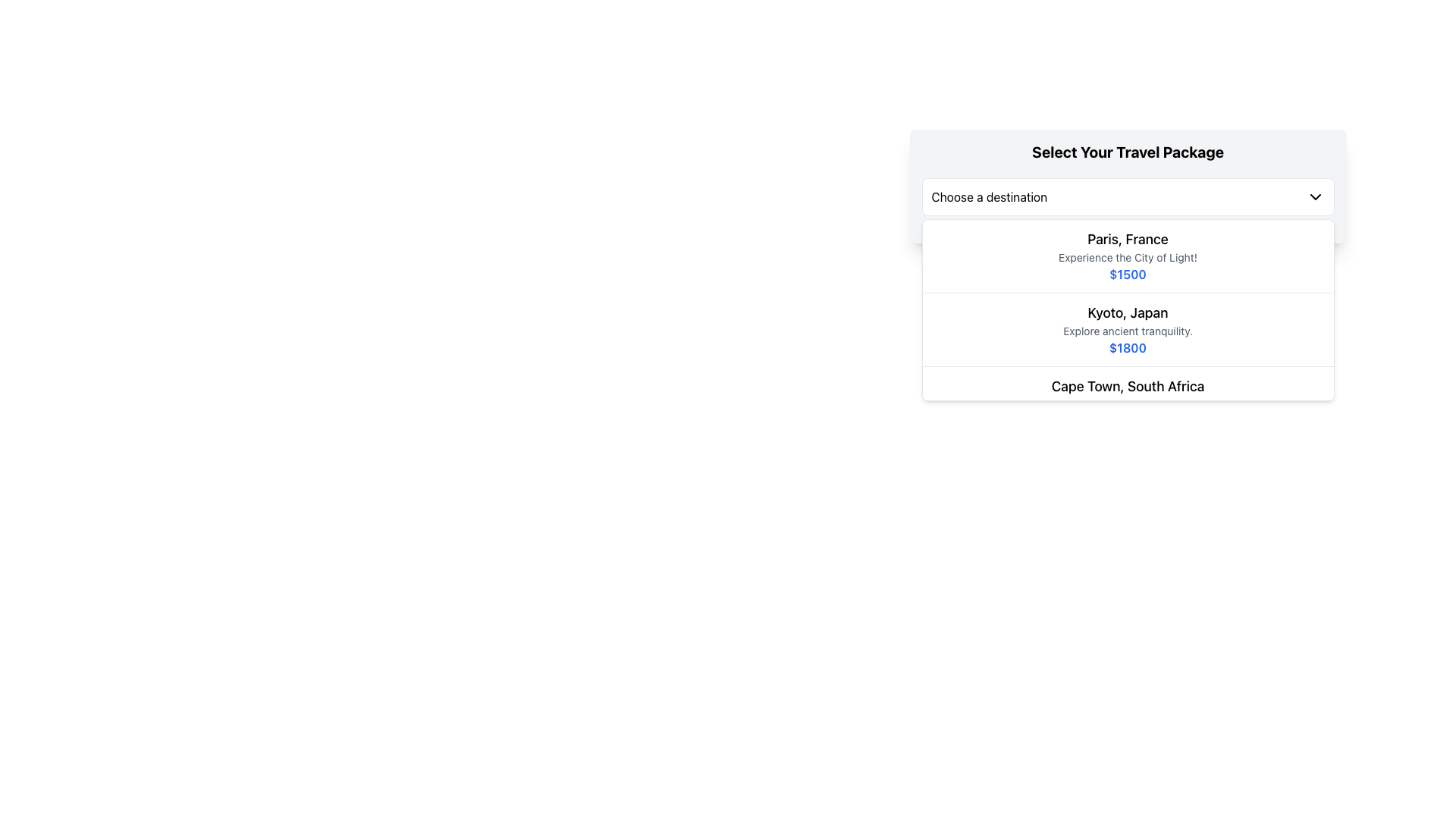  Describe the element at coordinates (1128, 309) in the screenshot. I see `to select the 'Kyoto, Japan' option from the dropdown menu under the 'Choose a destination' field` at that location.